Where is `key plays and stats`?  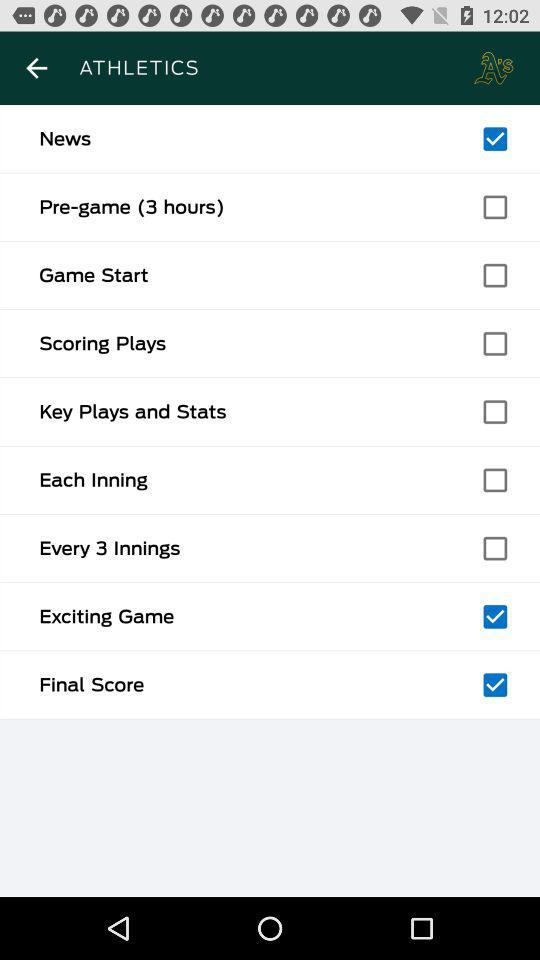 key plays and stats is located at coordinates (494, 411).